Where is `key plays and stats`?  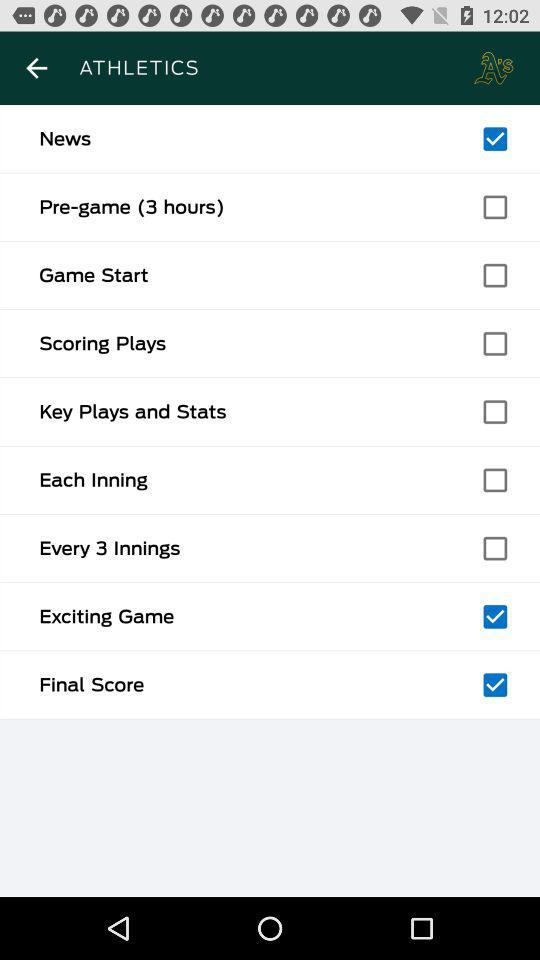 key plays and stats is located at coordinates (494, 411).